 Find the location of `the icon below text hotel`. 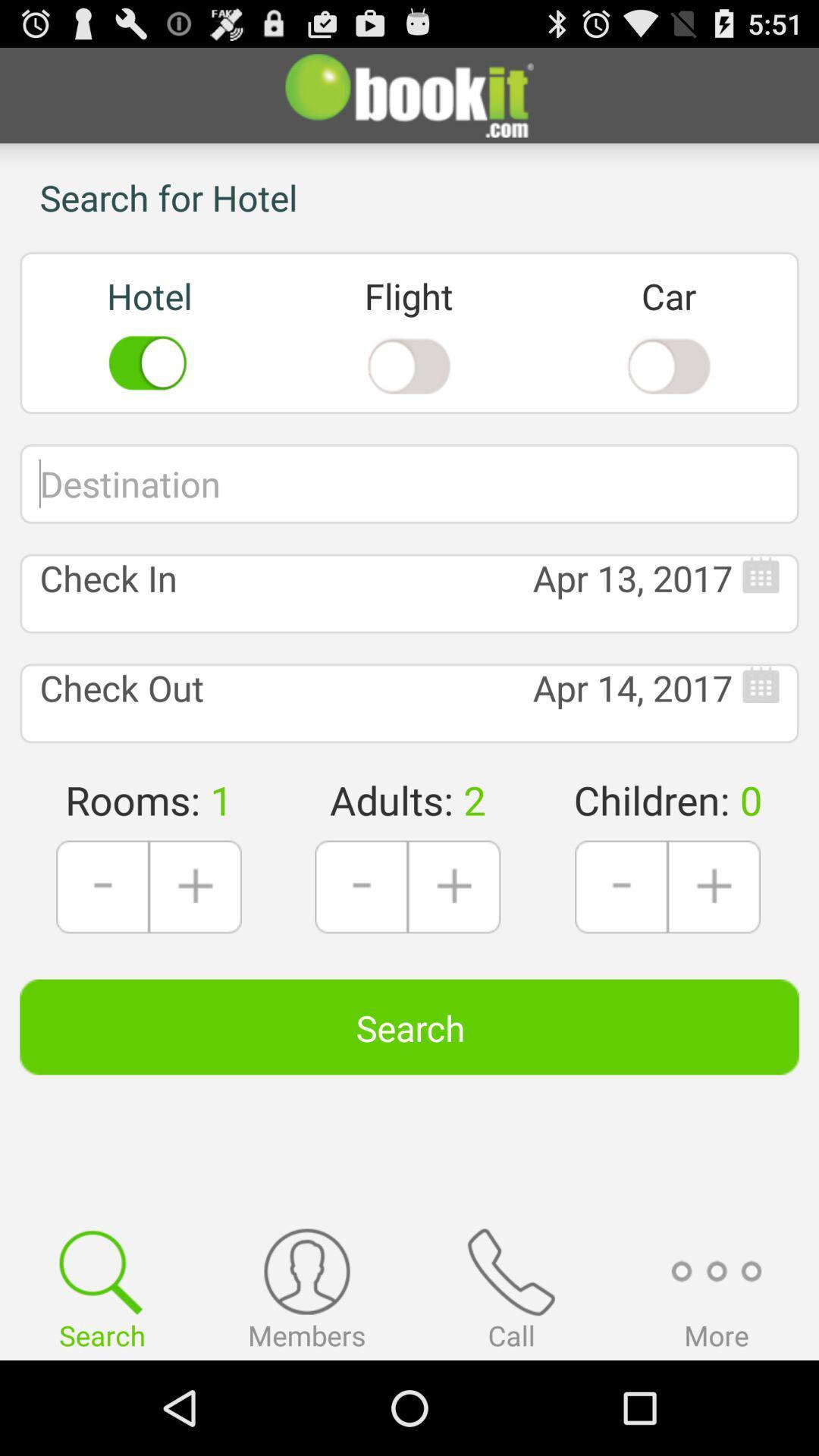

the icon below text hotel is located at coordinates (149, 364).